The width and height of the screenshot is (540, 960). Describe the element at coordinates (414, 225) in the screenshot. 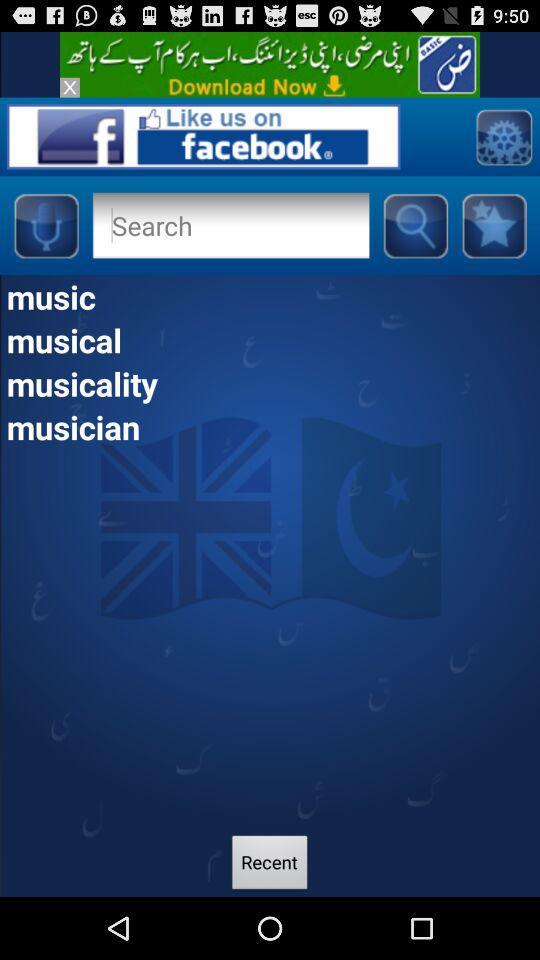

I see `execute search` at that location.